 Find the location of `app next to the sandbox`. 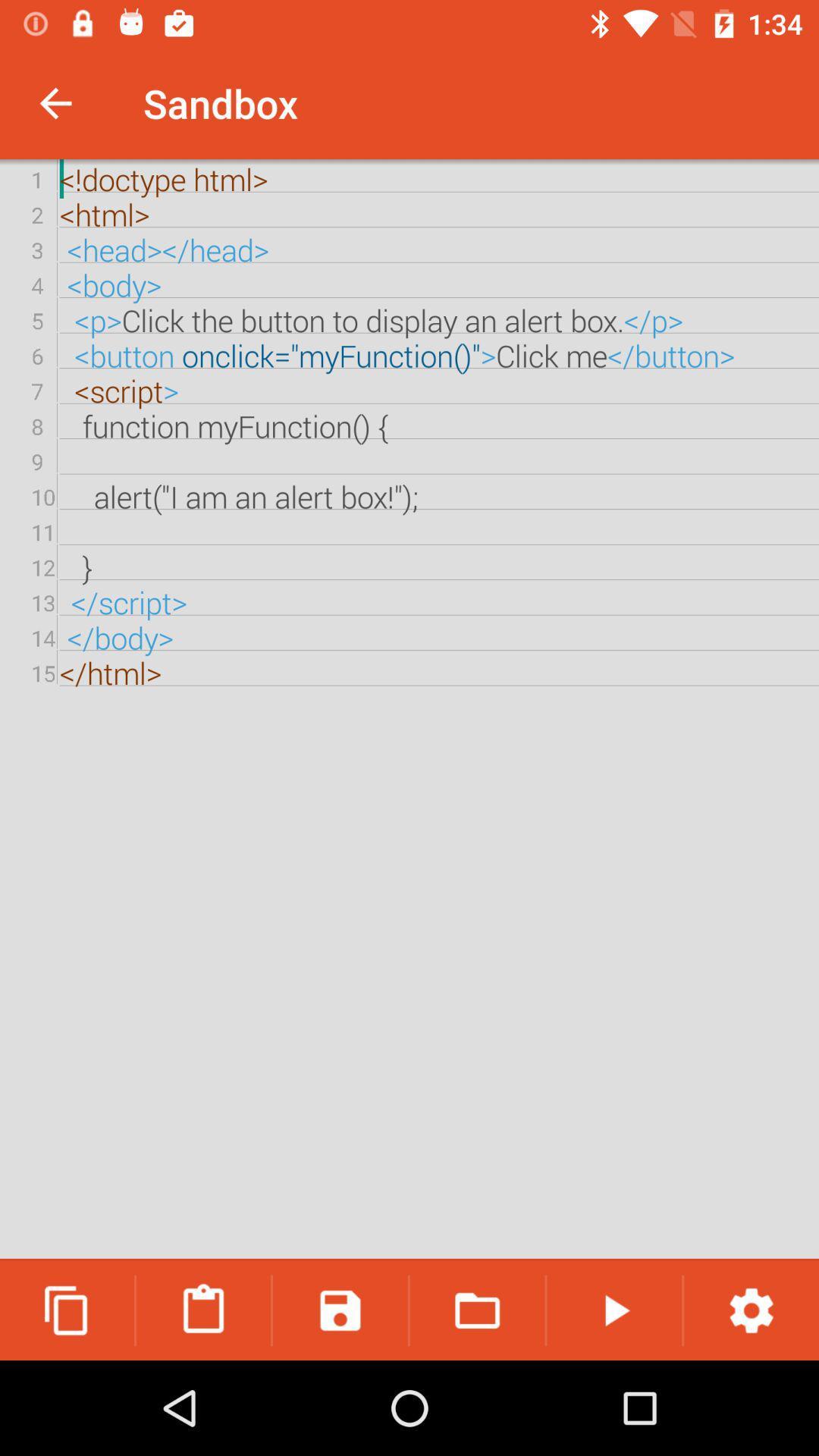

app next to the sandbox is located at coordinates (55, 102).